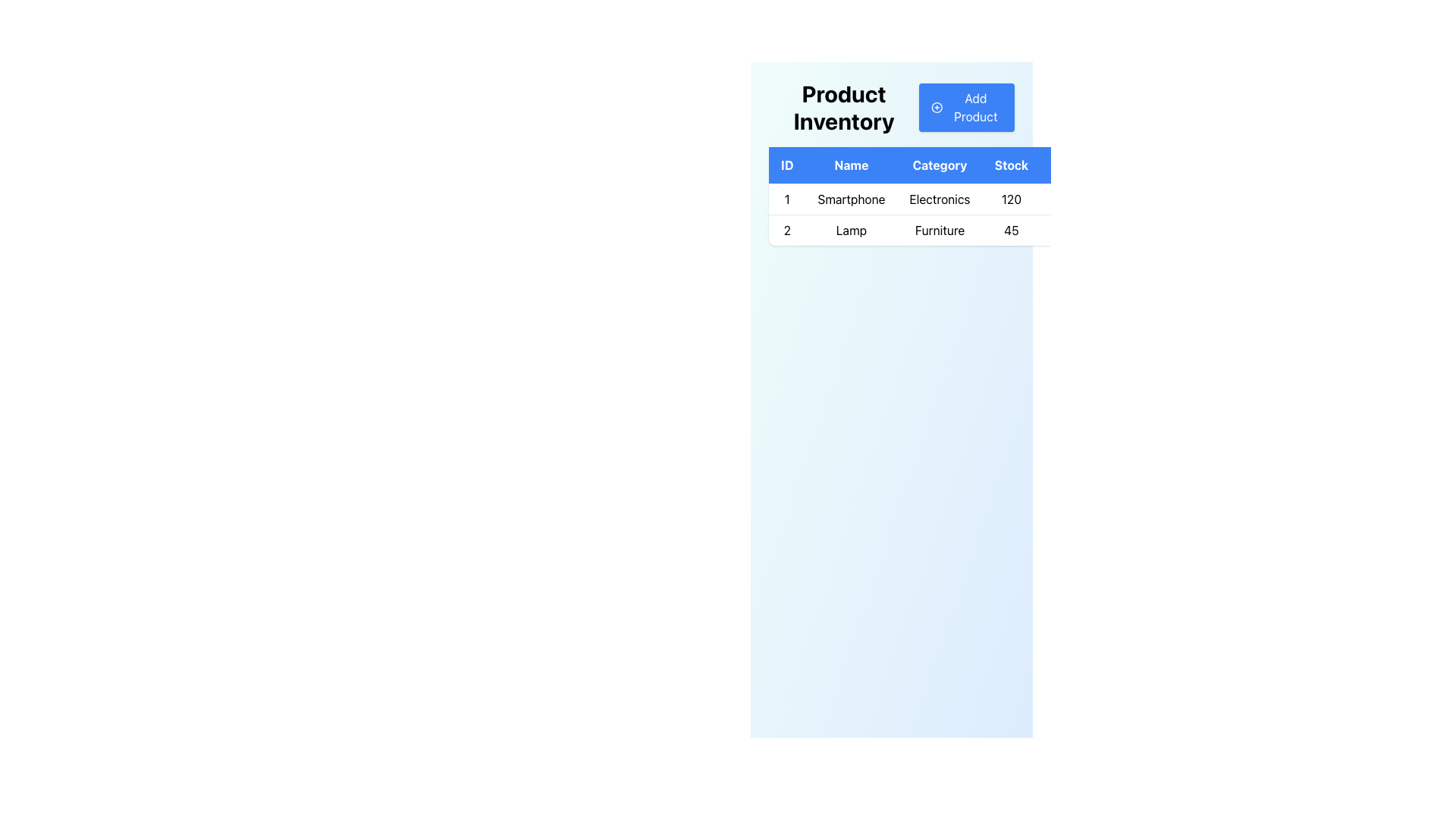  What do you see at coordinates (1074, 198) in the screenshot?
I see `the clickable area in the 'Stock' column of the first row for the item 'Smartphone', which is located to the right of the column's data field and adjacent to the edit and delete icons` at bounding box center [1074, 198].